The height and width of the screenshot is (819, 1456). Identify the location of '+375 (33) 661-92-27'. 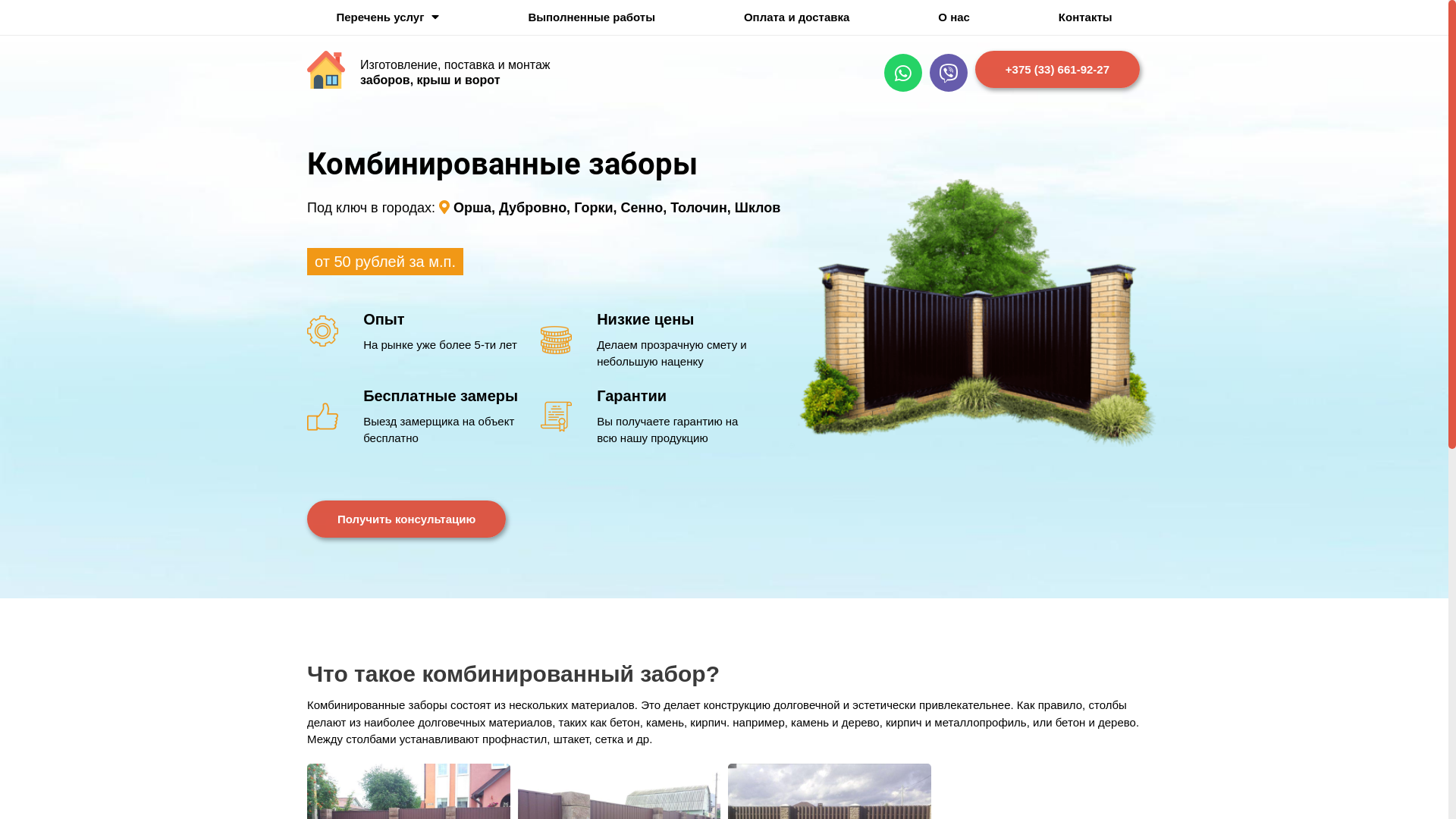
(1056, 70).